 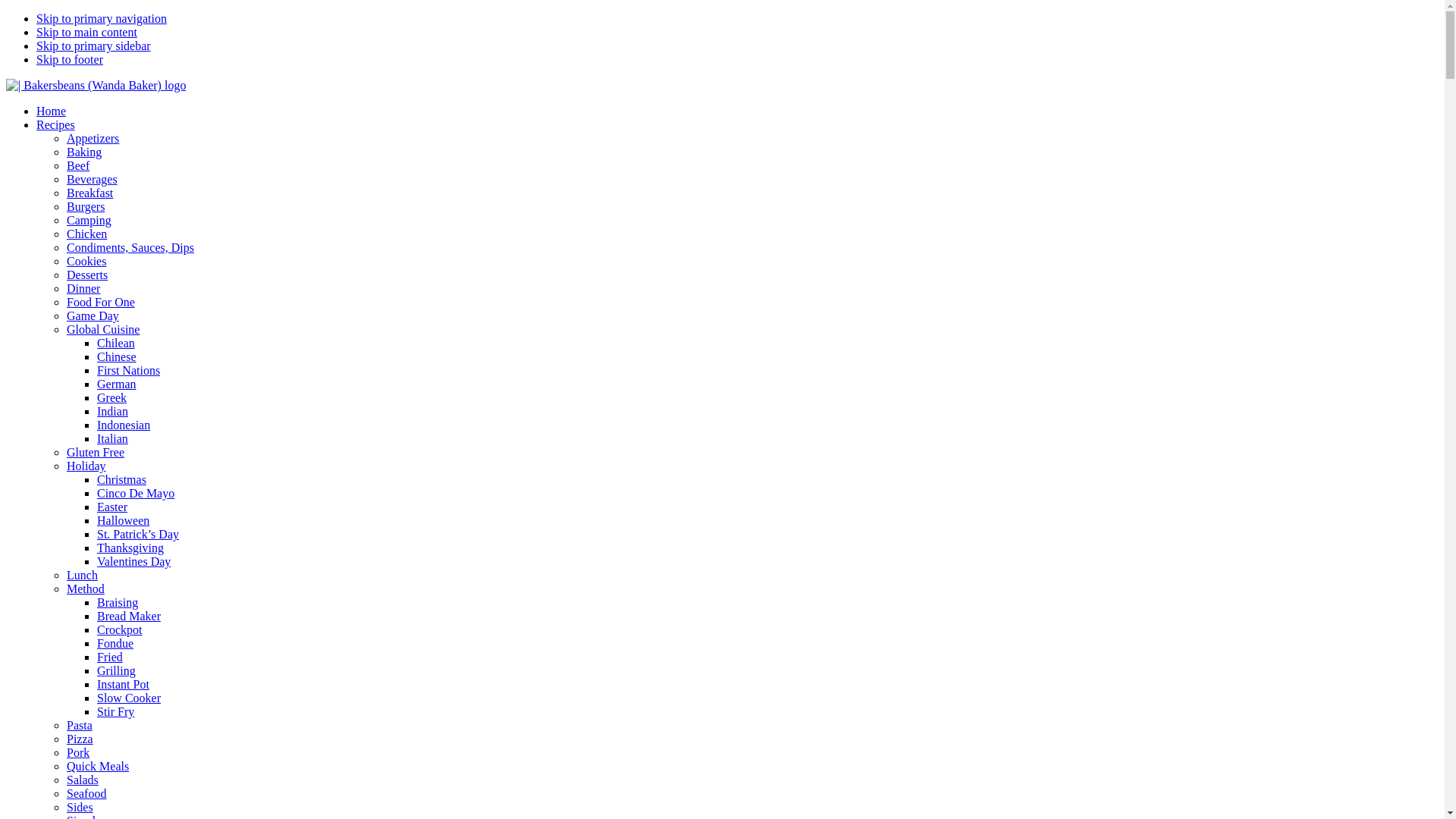 What do you see at coordinates (130, 548) in the screenshot?
I see `'Thanksgiving'` at bounding box center [130, 548].